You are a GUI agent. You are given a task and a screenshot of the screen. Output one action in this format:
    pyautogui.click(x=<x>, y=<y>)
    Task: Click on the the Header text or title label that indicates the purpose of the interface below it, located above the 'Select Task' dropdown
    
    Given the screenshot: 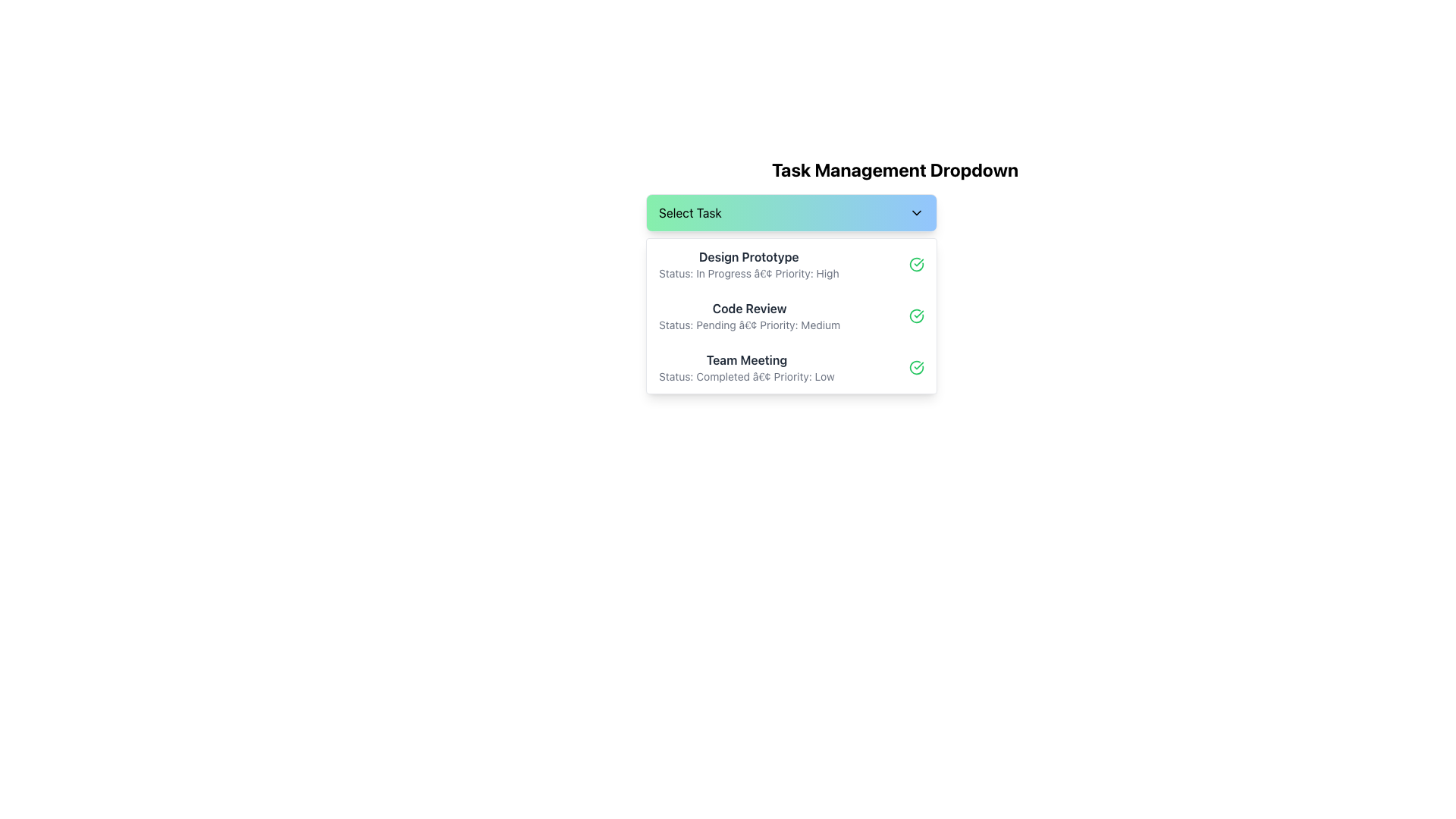 What is the action you would take?
    pyautogui.click(x=895, y=169)
    